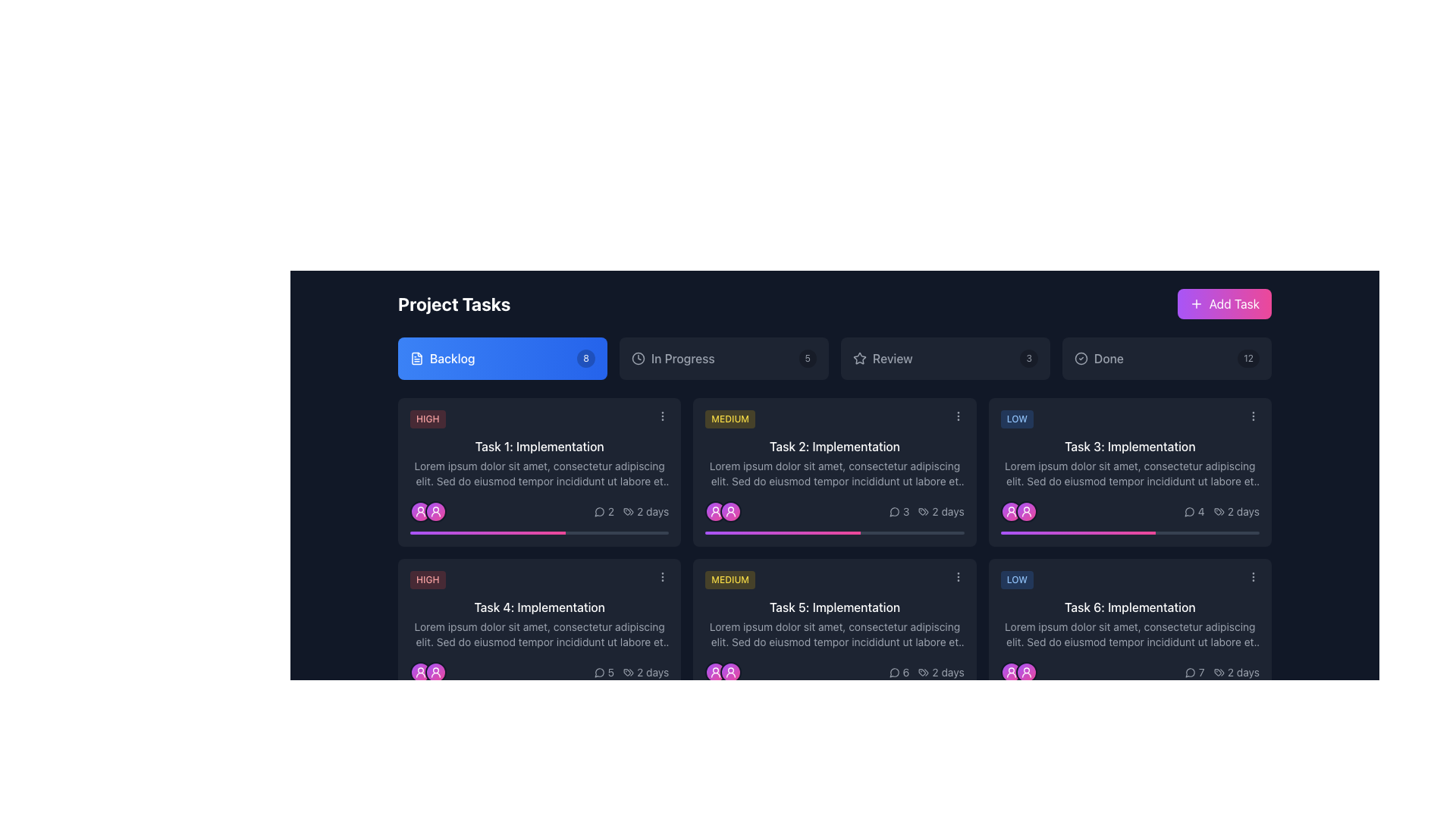  I want to click on displayed text '2 days' from the text label located at the bottom right corner of the task card, styled in gray and accompanied by a tag icon, so click(1236, 672).